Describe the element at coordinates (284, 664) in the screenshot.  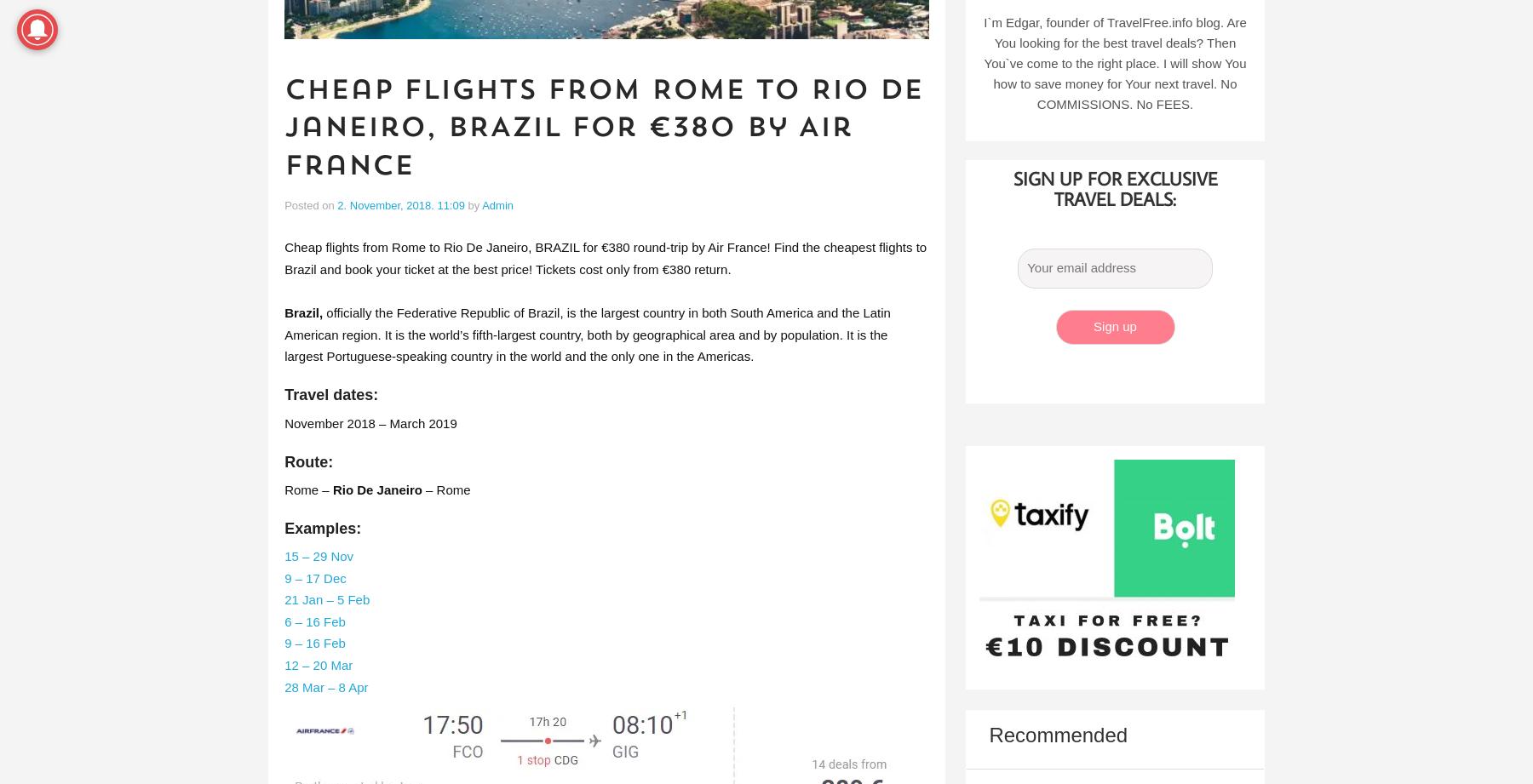
I see `'12 – 20 Mar'` at that location.